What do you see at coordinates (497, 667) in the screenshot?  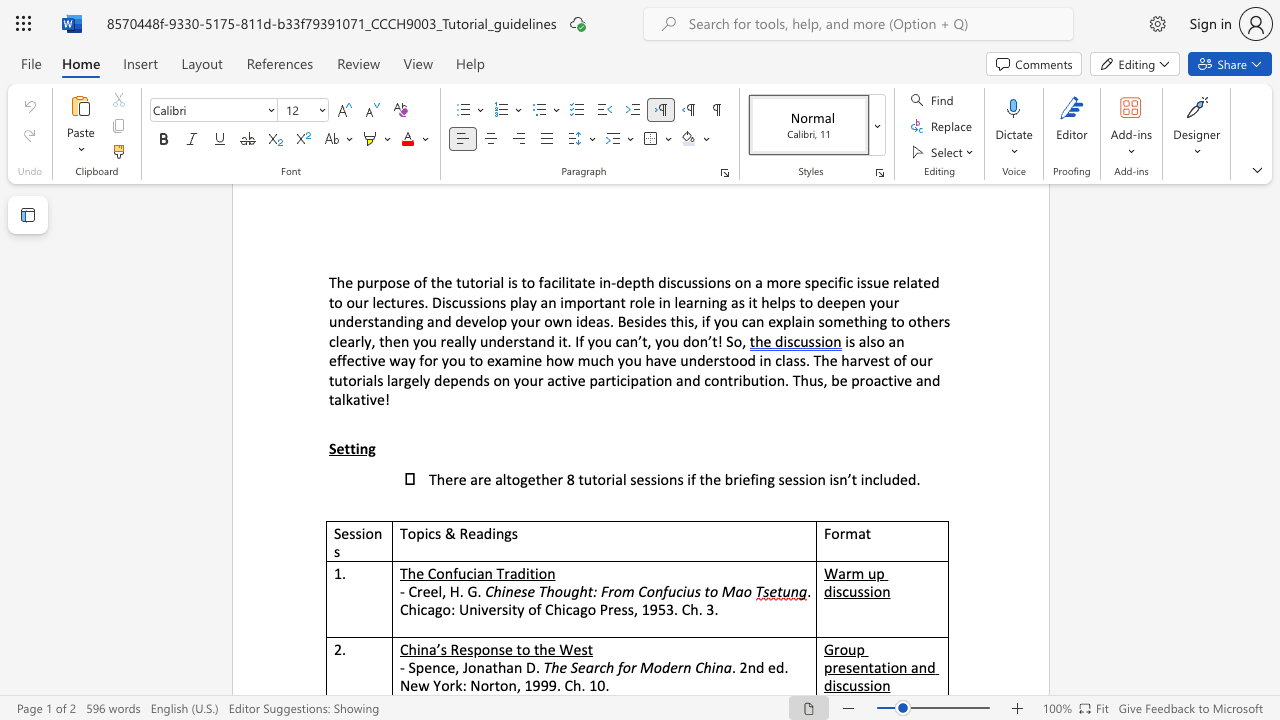 I see `the subset text "ha" within the text "- Spence, Jonathan D."` at bounding box center [497, 667].